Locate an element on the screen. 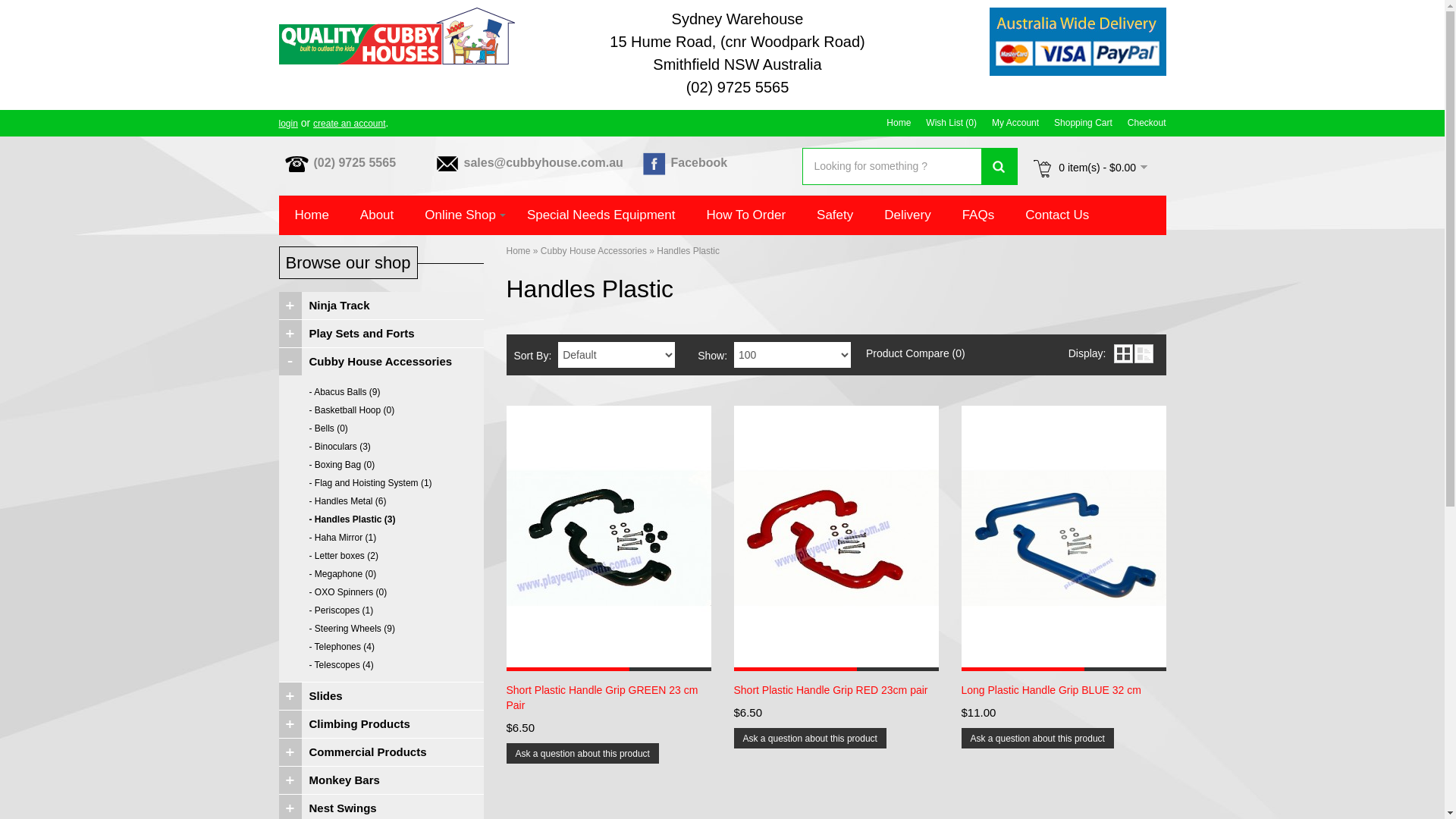 This screenshot has height=819, width=1456. 'Climbing Products' is located at coordinates (381, 723).